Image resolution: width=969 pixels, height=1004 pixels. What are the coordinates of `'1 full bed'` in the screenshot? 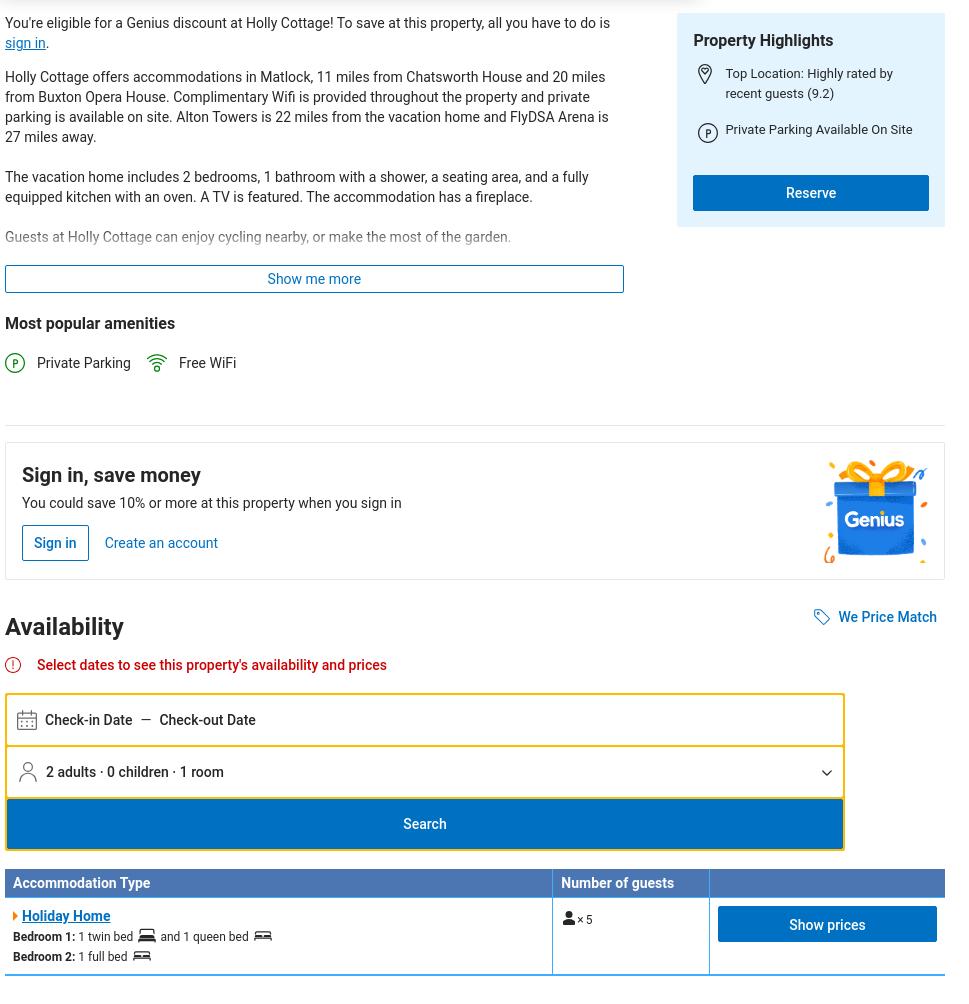 It's located at (102, 956).